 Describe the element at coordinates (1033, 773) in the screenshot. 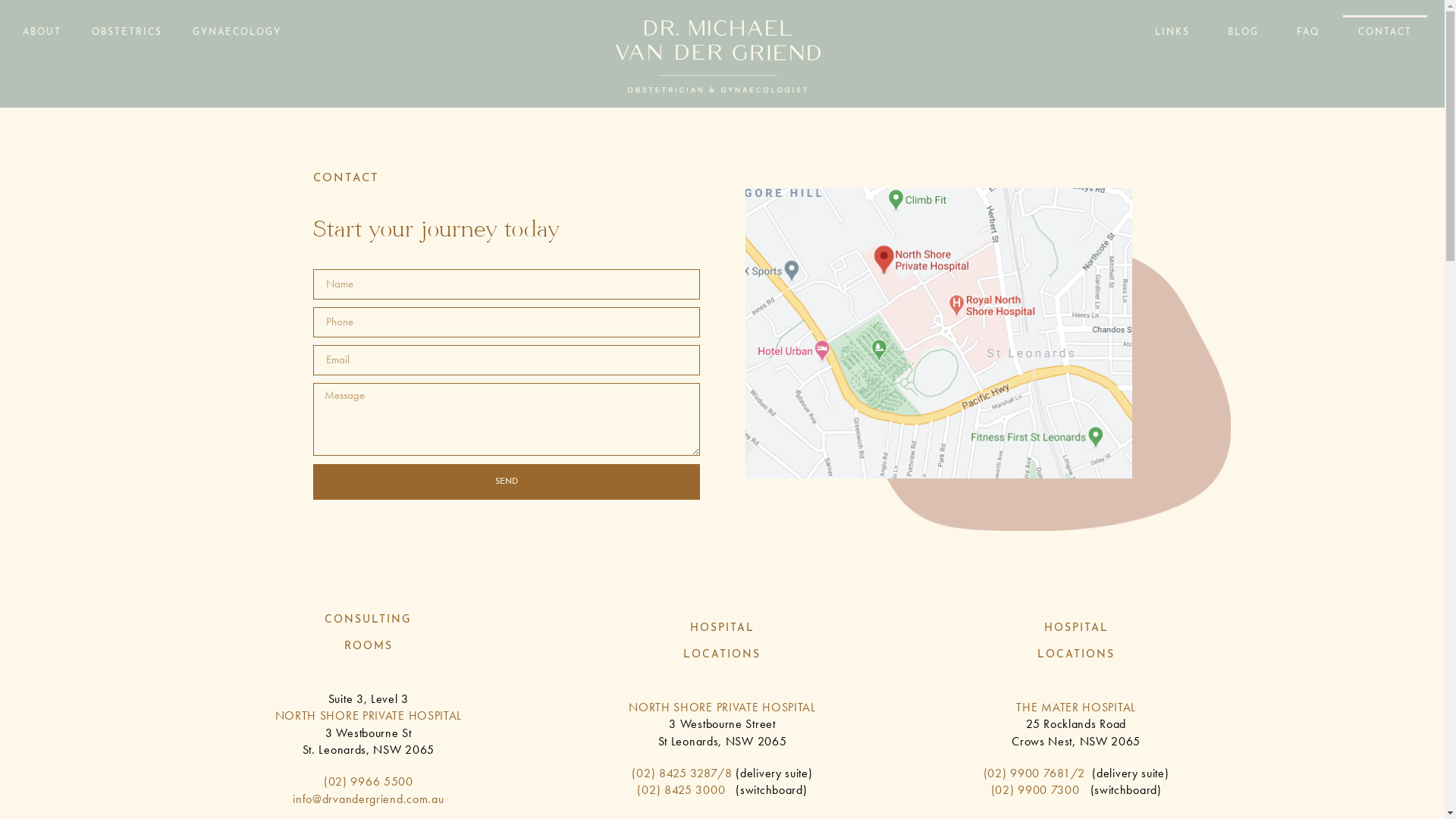

I see `'(02) 9900 7681/2'` at that location.